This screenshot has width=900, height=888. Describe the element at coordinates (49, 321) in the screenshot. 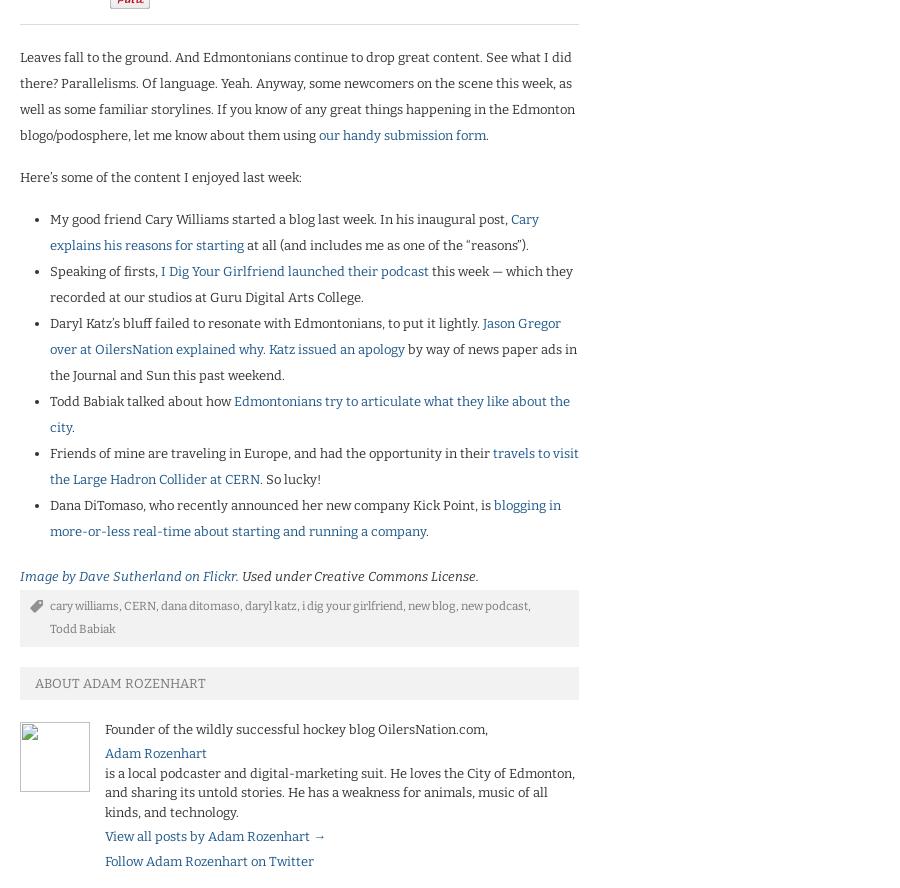

I see `'Daryl Katz’s bluff failed to resonate with Edmontonians, to put it lightly.'` at that location.